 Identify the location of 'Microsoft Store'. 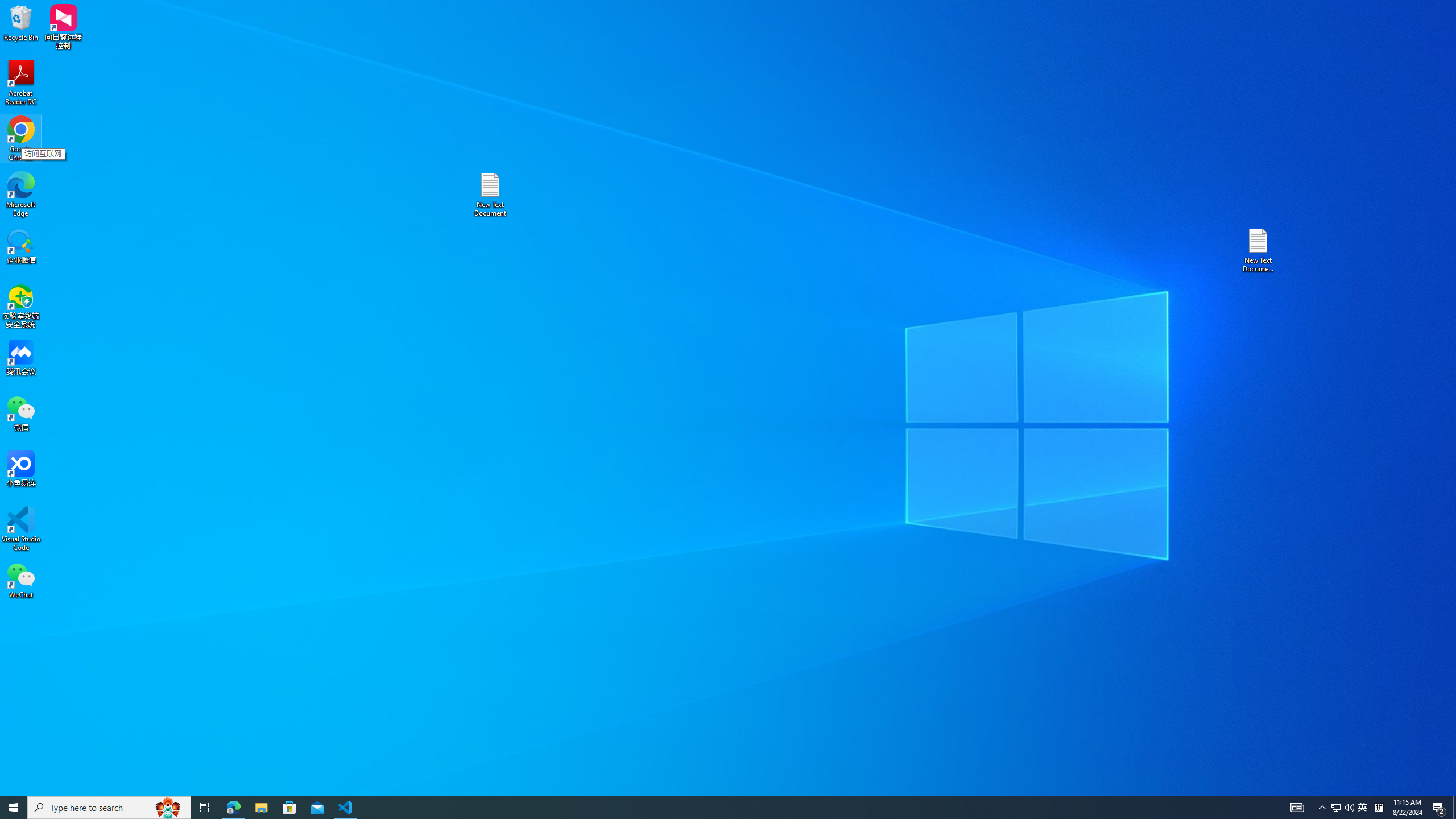
(289, 806).